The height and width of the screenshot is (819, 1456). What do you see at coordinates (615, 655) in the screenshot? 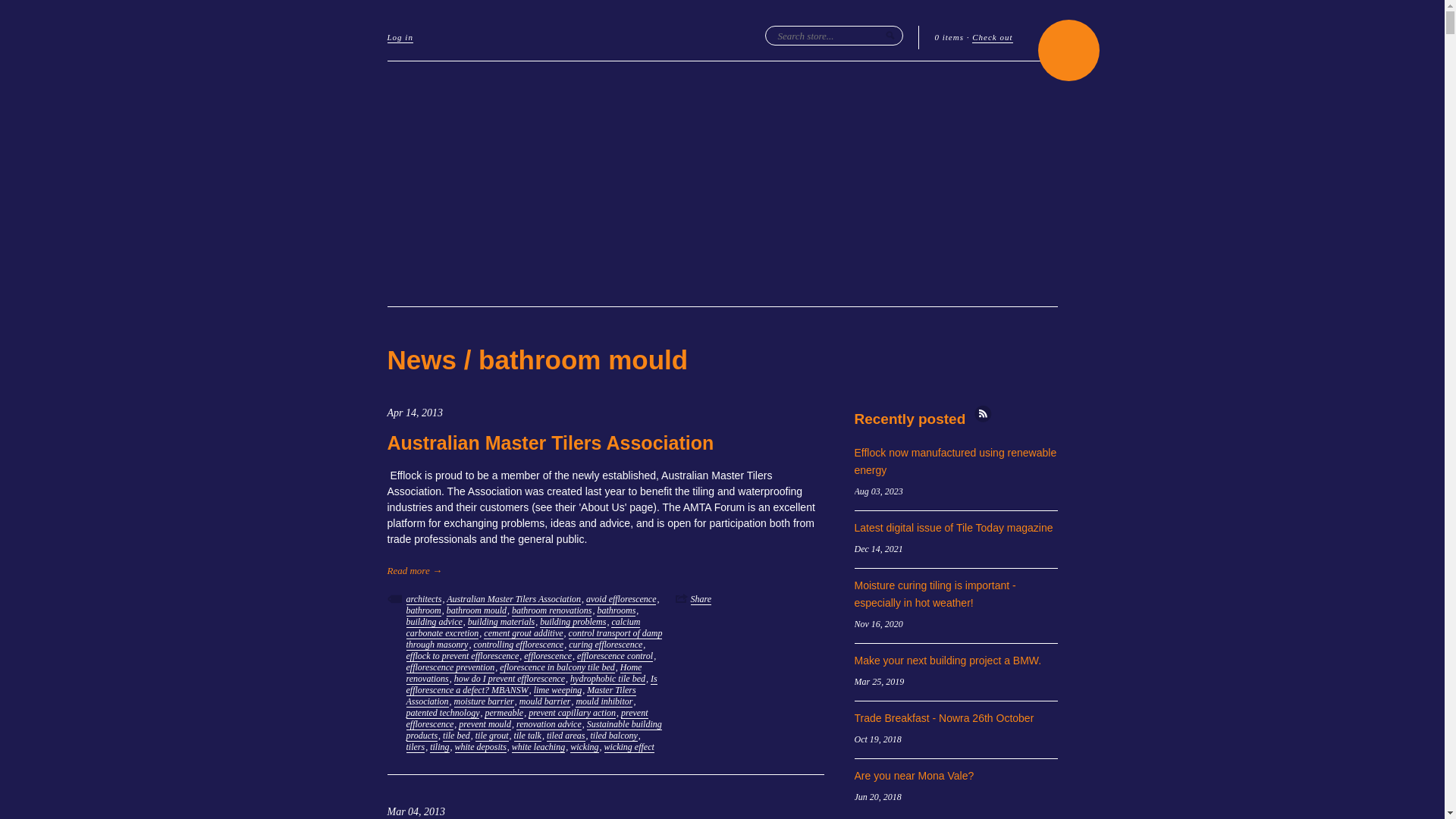
I see `'efflorescence control'` at bounding box center [615, 655].